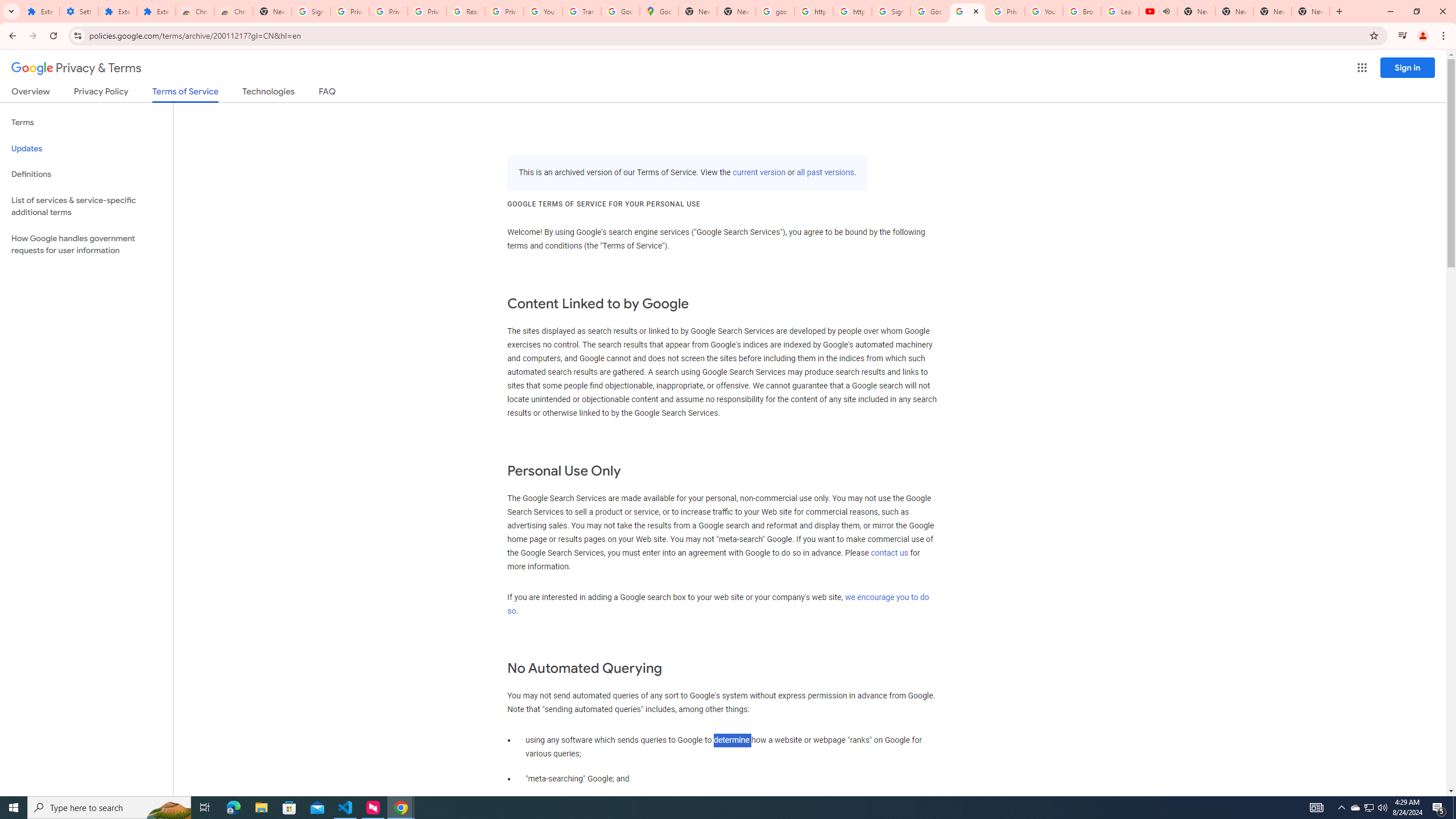 The image size is (1456, 819). What do you see at coordinates (233, 11) in the screenshot?
I see `'Chrome Web Store - Themes'` at bounding box center [233, 11].